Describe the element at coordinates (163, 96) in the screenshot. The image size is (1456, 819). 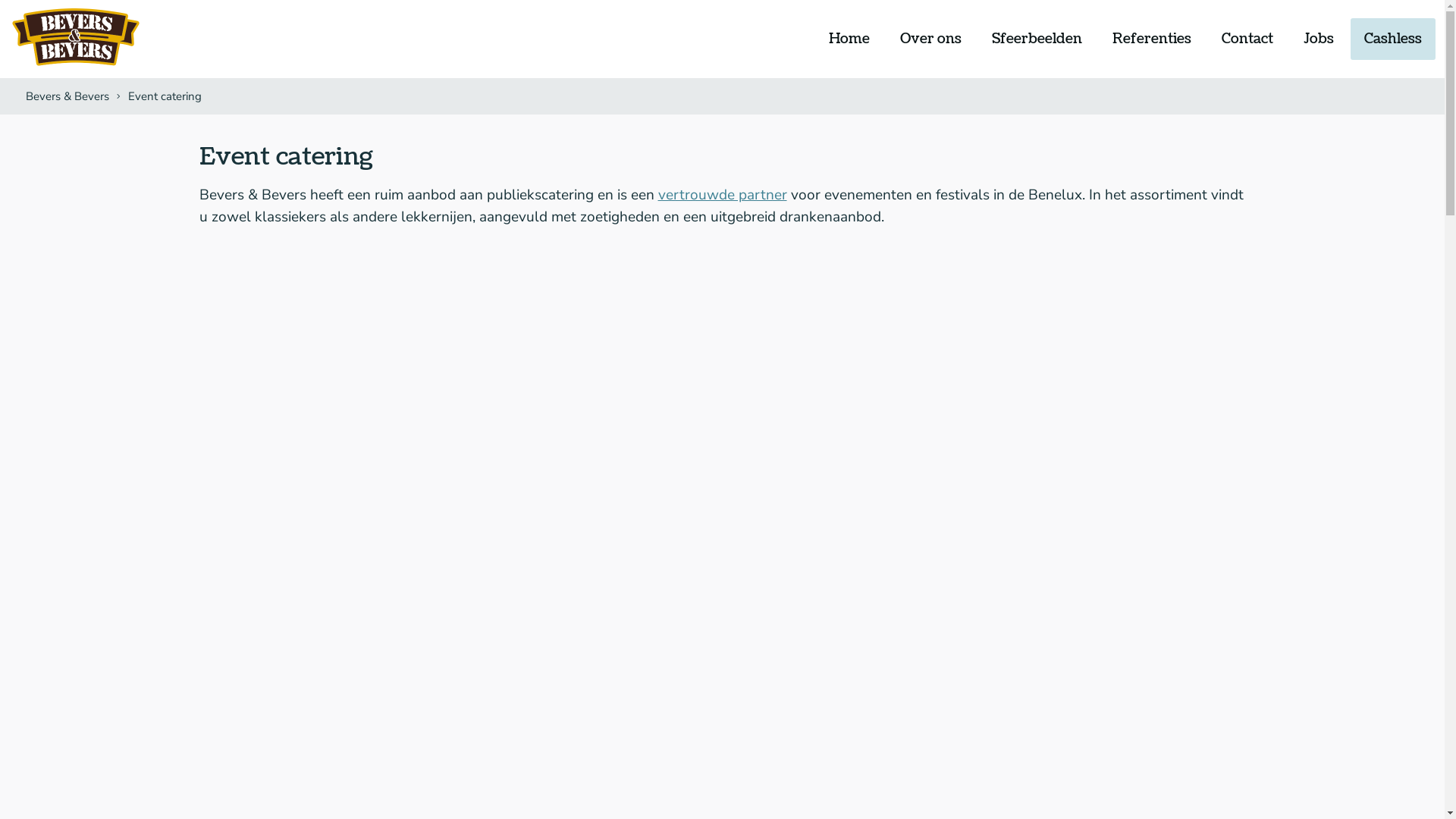
I see `'Event catering'` at that location.